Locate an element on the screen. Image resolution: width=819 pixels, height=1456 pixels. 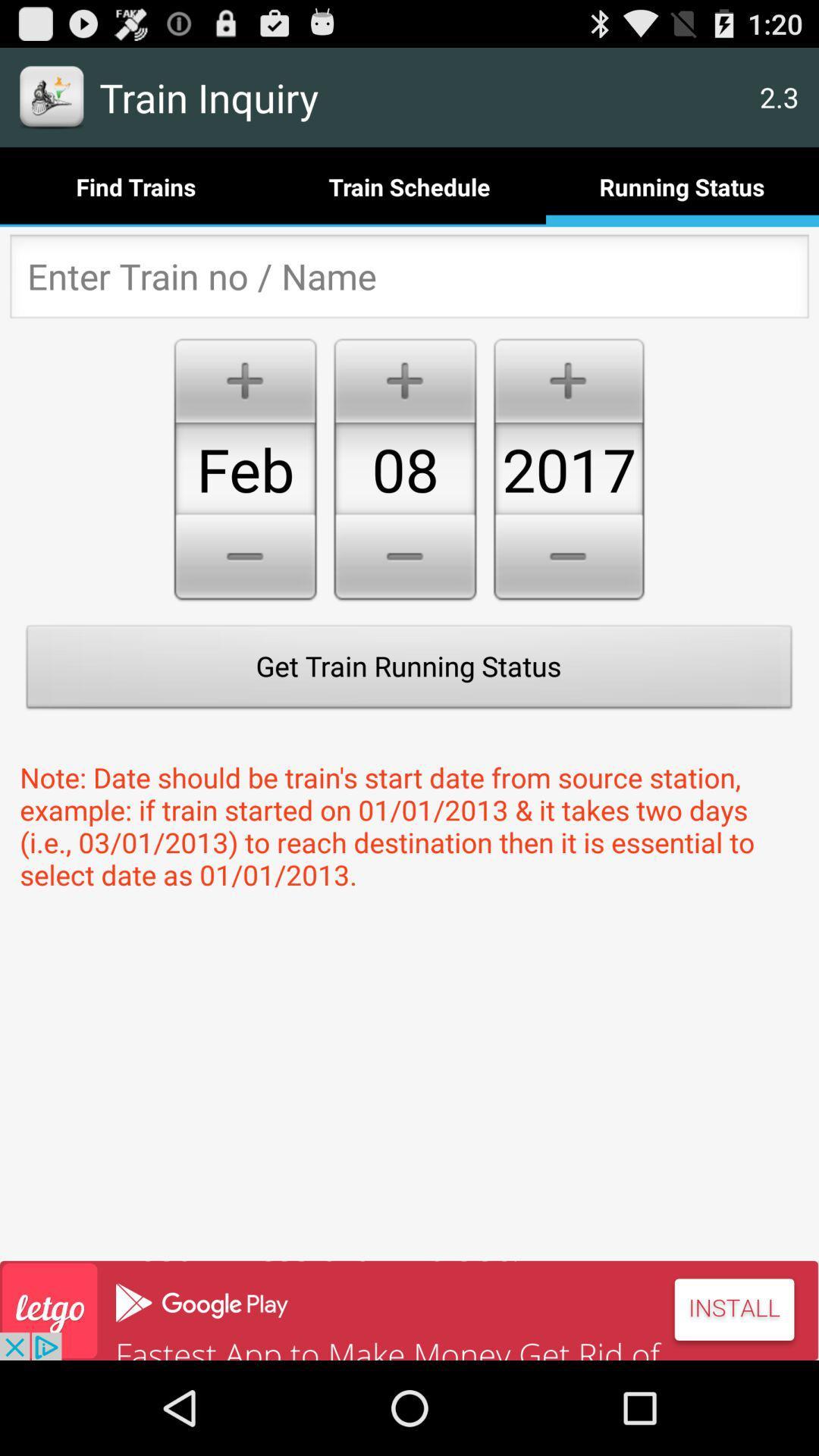
advertisement to install letgo app is located at coordinates (409, 1310).